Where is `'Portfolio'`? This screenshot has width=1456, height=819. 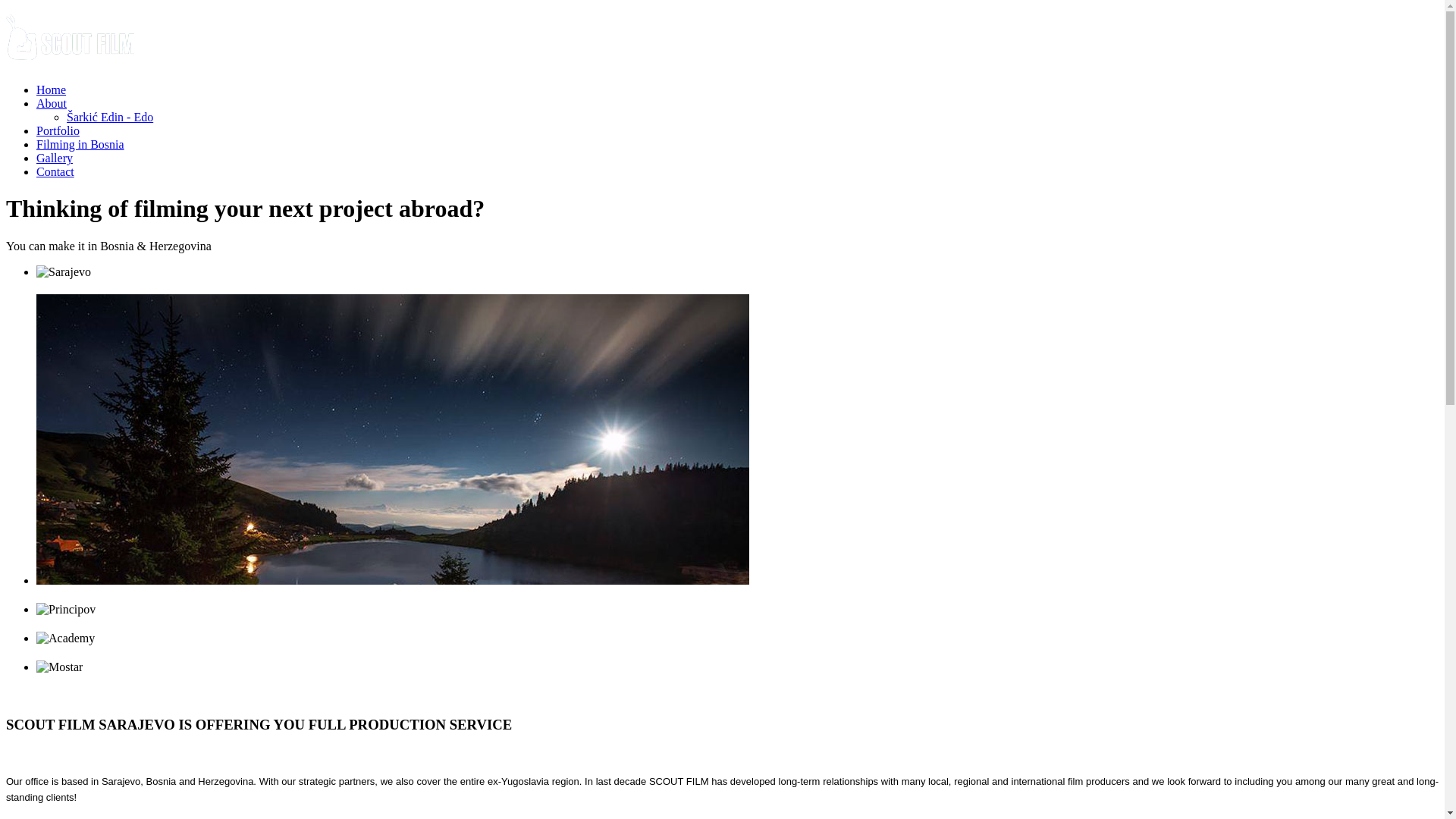
'Portfolio' is located at coordinates (58, 130).